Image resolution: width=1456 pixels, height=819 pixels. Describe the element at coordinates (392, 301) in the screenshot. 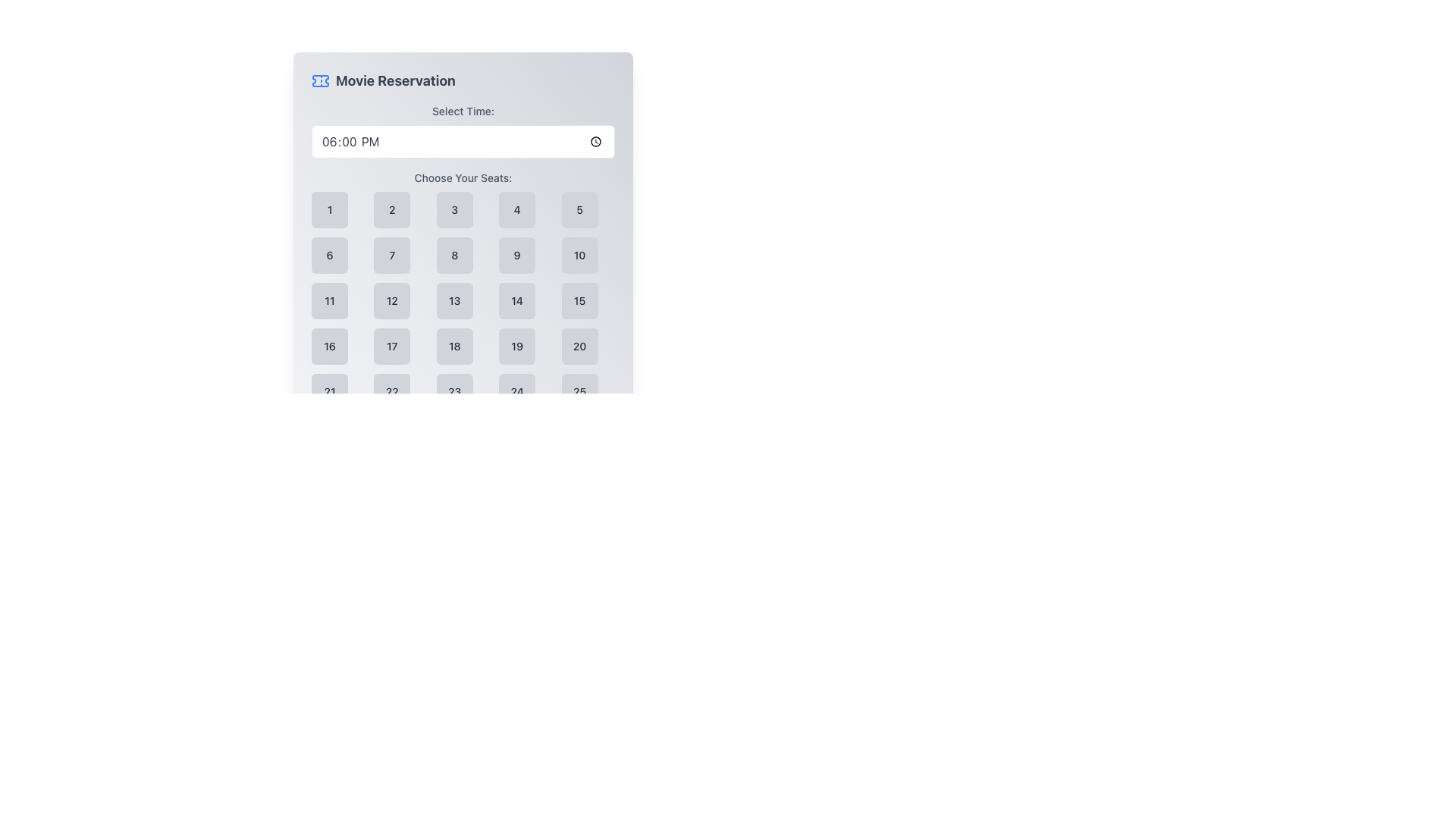

I see `the selectable button` at that location.